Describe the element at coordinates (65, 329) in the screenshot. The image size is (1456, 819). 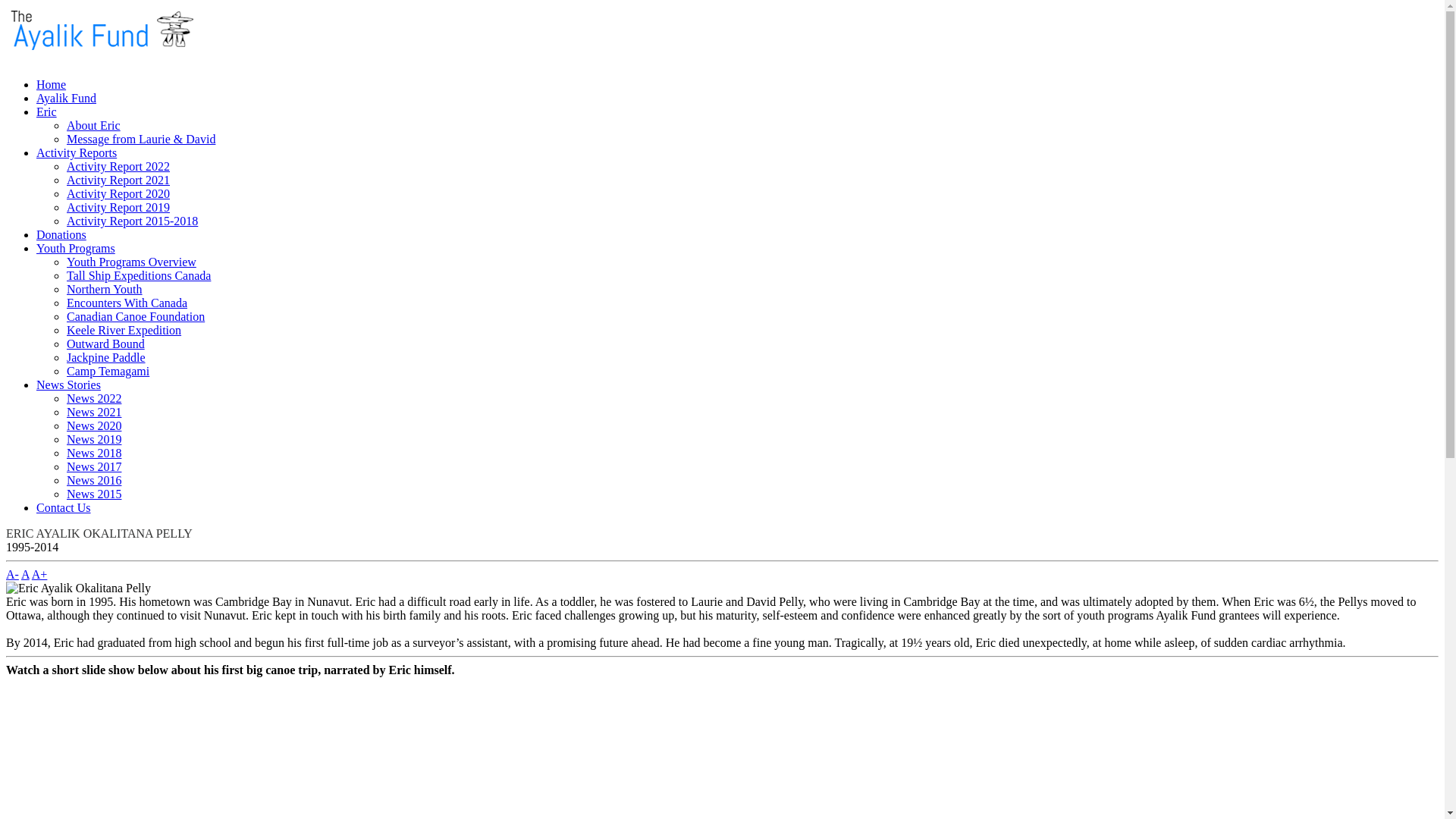
I see `'Keele River Expedition'` at that location.